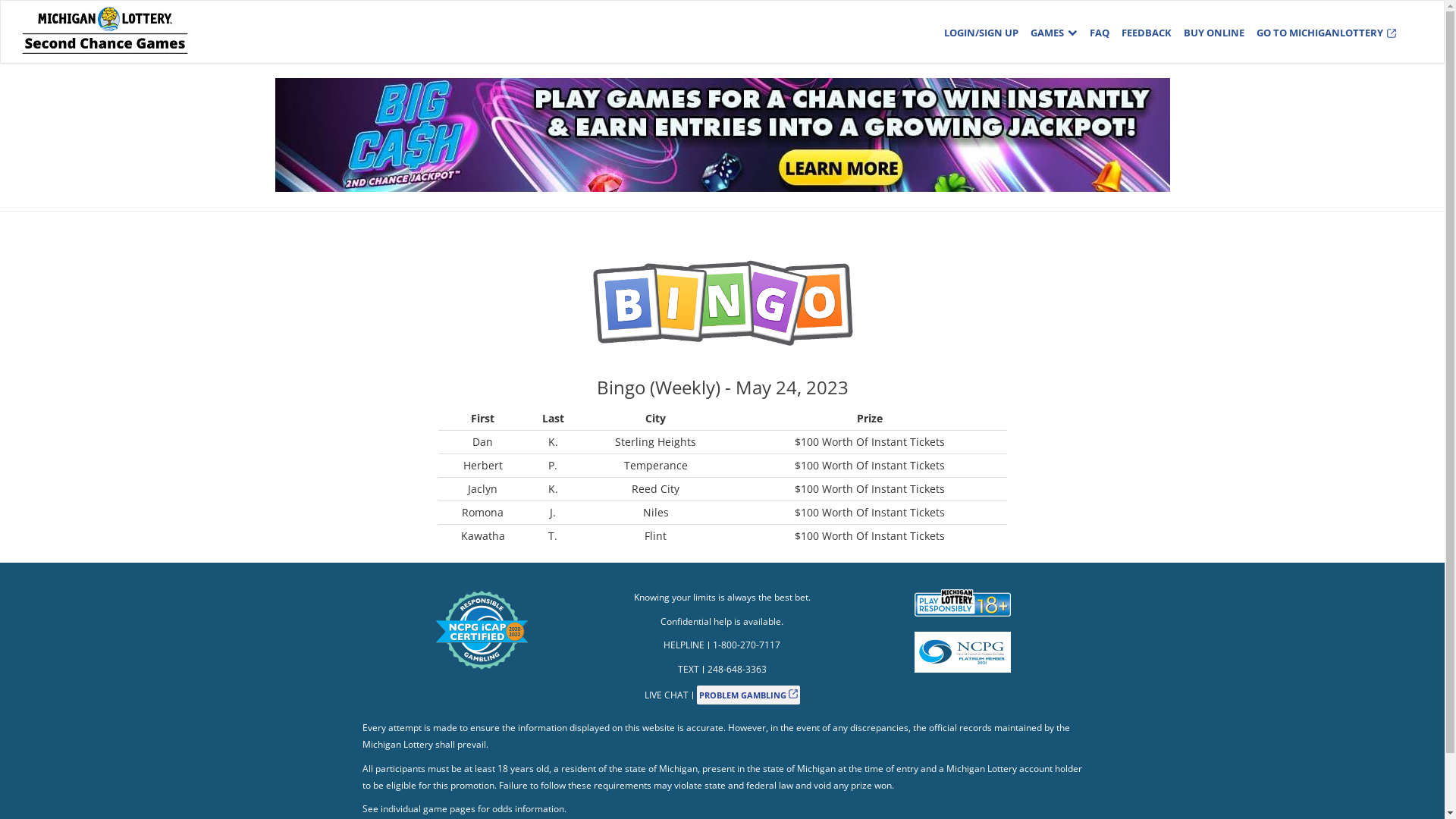 The height and width of the screenshot is (819, 1456). I want to click on 'GO TO MICHIGANLOTTERY', so click(1325, 33).